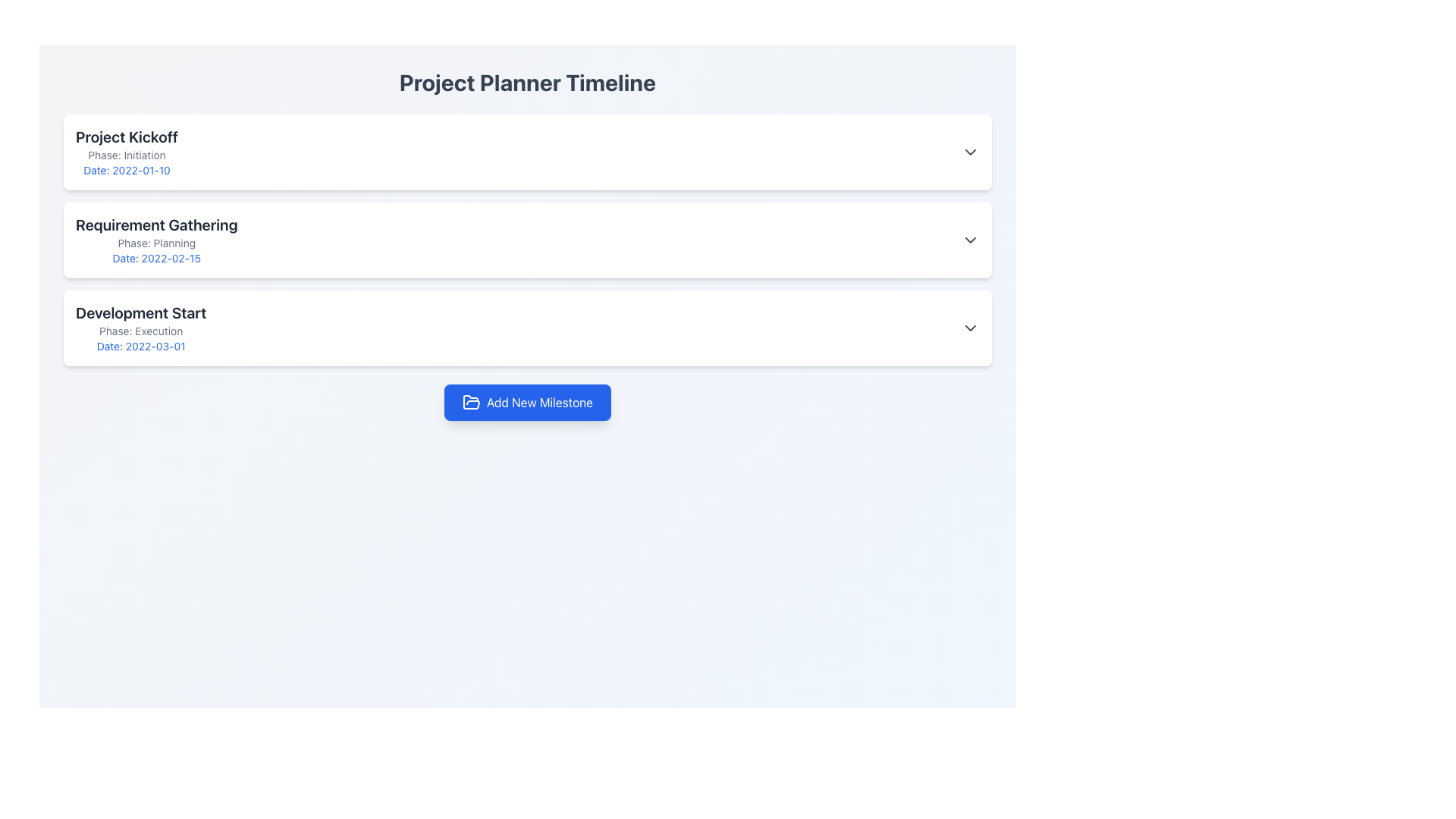 The height and width of the screenshot is (819, 1456). I want to click on project milestone title displayed as the primary text at the top of the third milestone card, which is part of a vertically stacked list of milestones, so click(141, 312).